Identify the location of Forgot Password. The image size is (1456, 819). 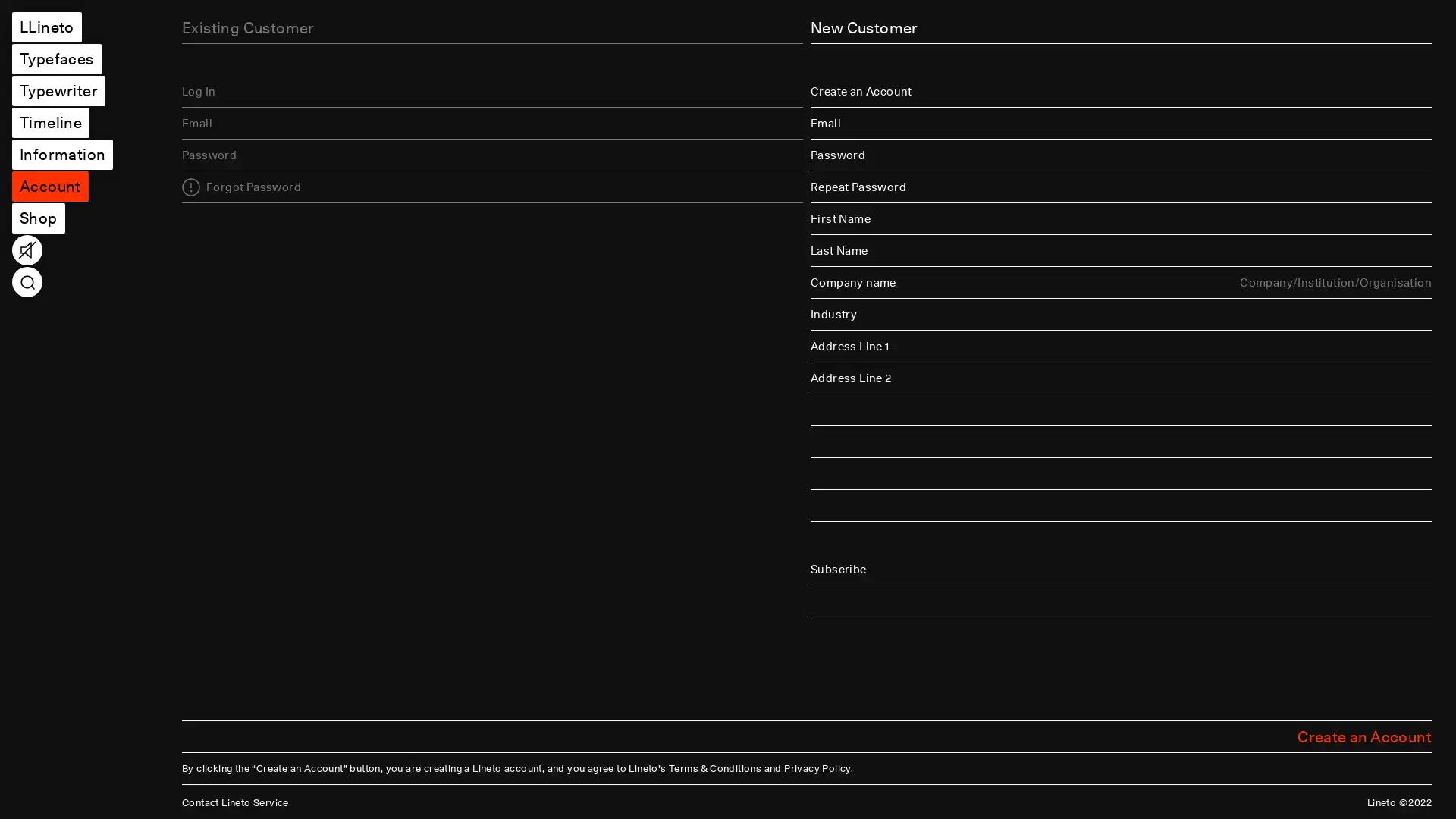
(240, 186).